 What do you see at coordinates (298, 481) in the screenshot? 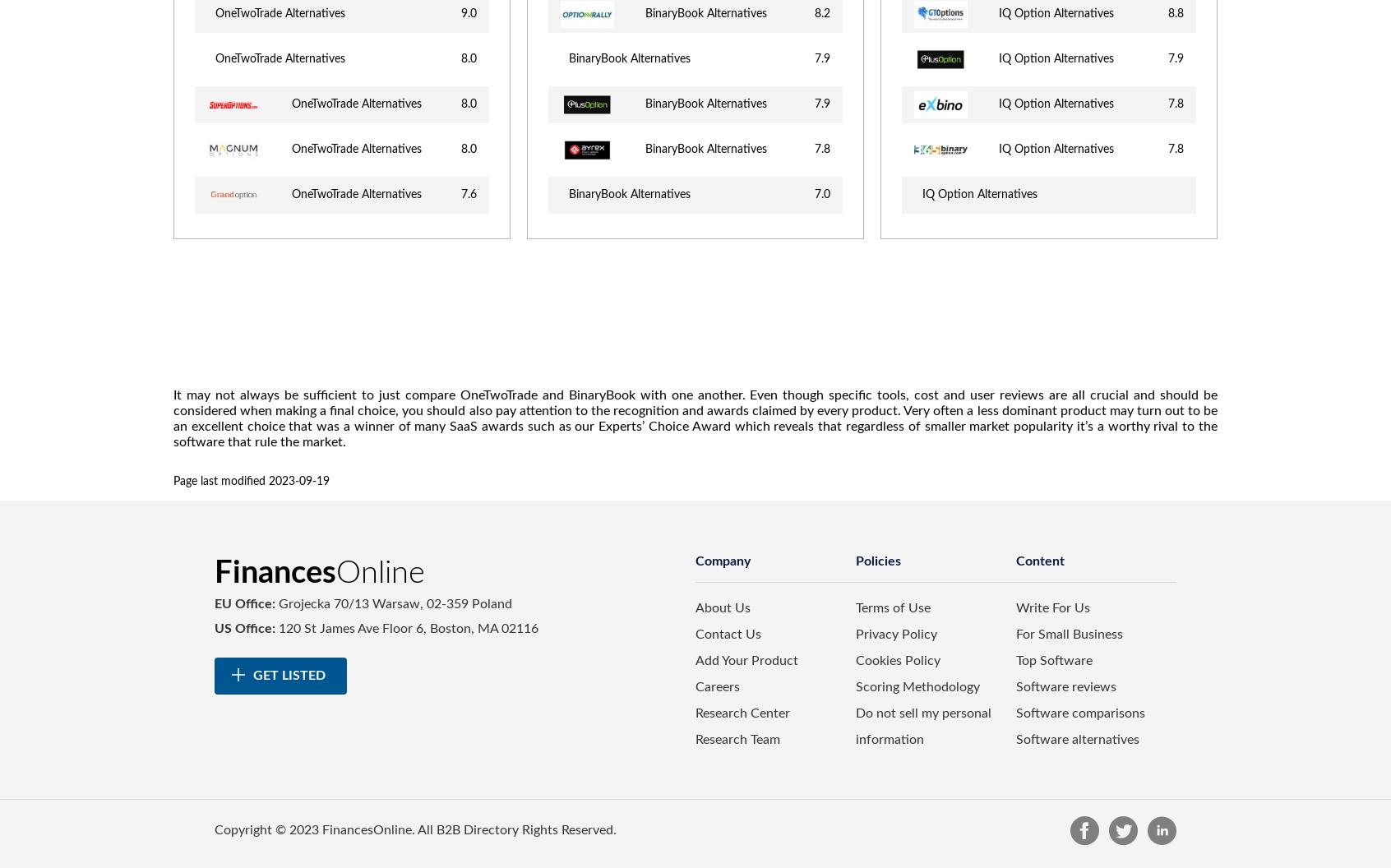
I see `'2023-09-19'` at bounding box center [298, 481].